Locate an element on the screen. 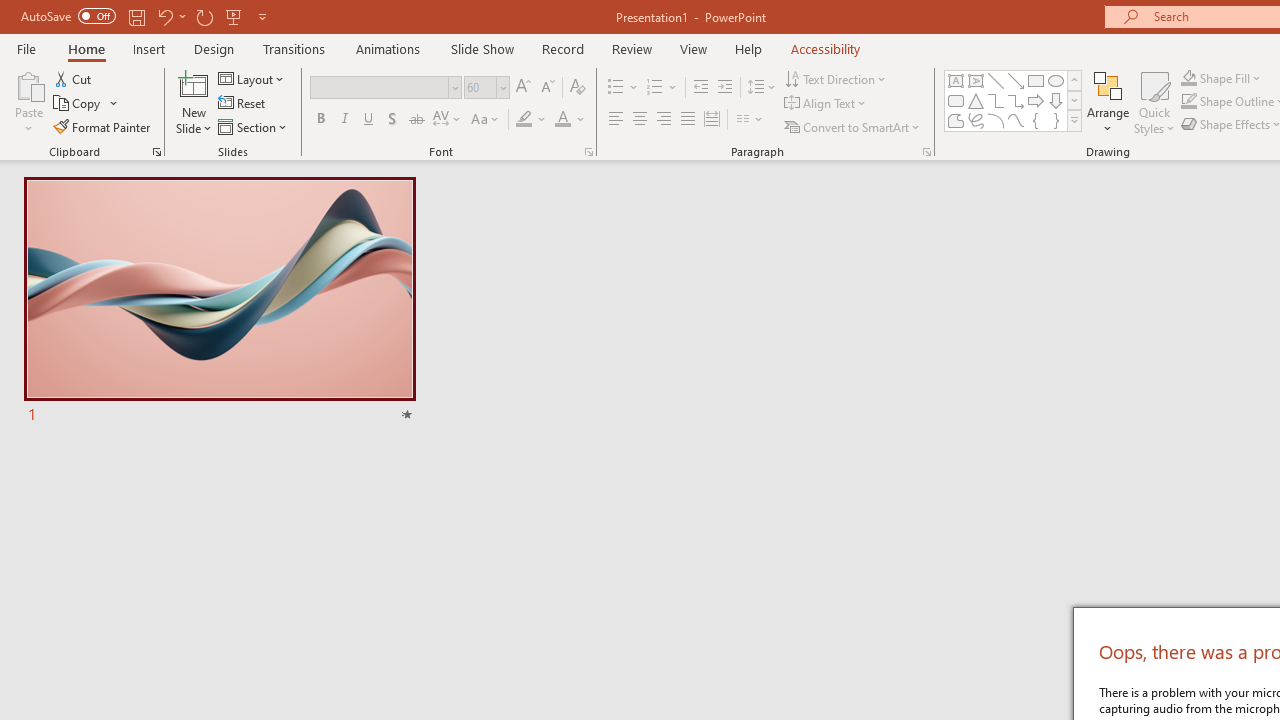  'Align Right' is located at coordinates (663, 119).